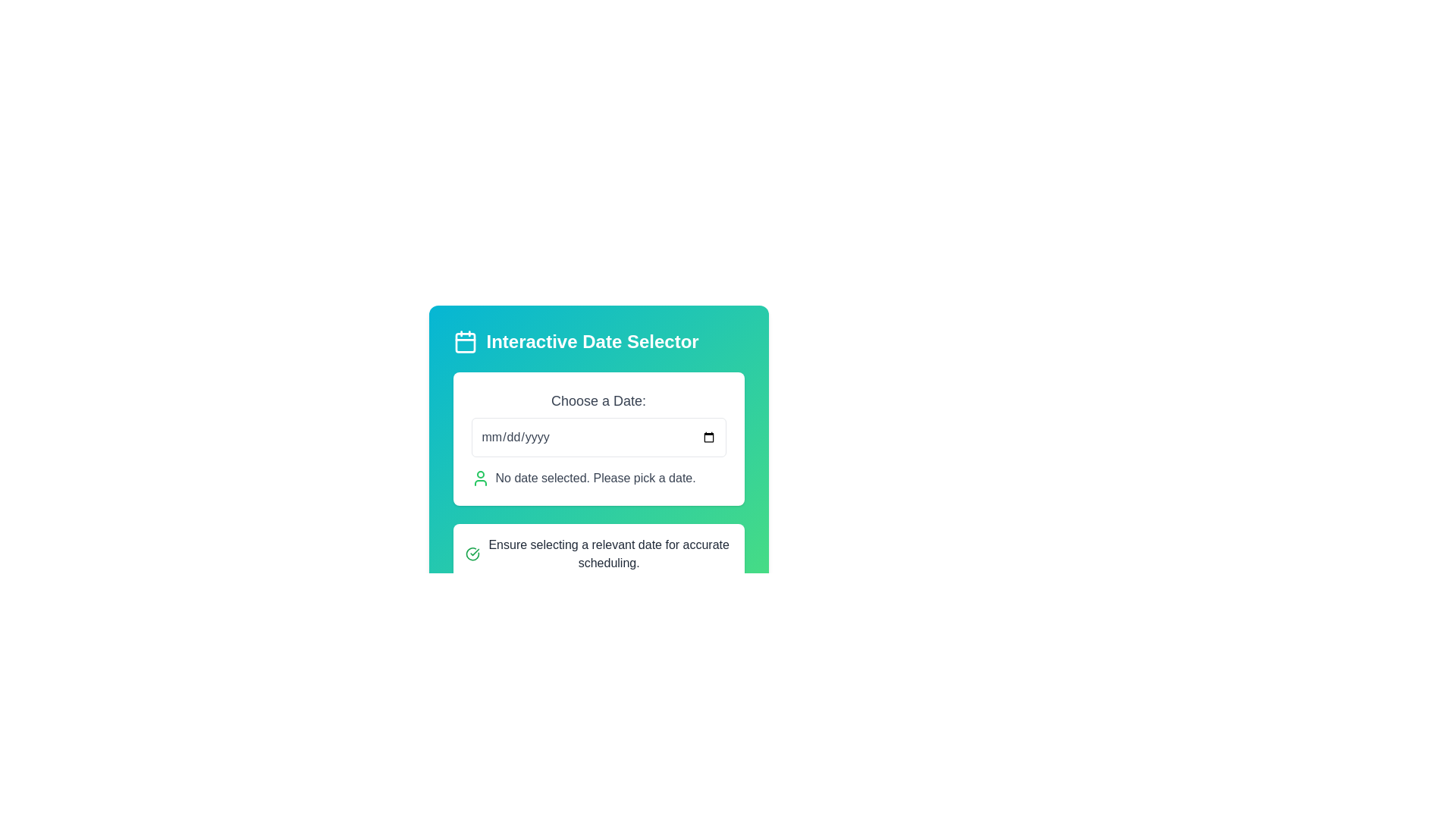 Image resolution: width=1456 pixels, height=819 pixels. What do you see at coordinates (464, 342) in the screenshot?
I see `the Calendar icon located to the left of the 'Interactive Date Selector' text` at bounding box center [464, 342].